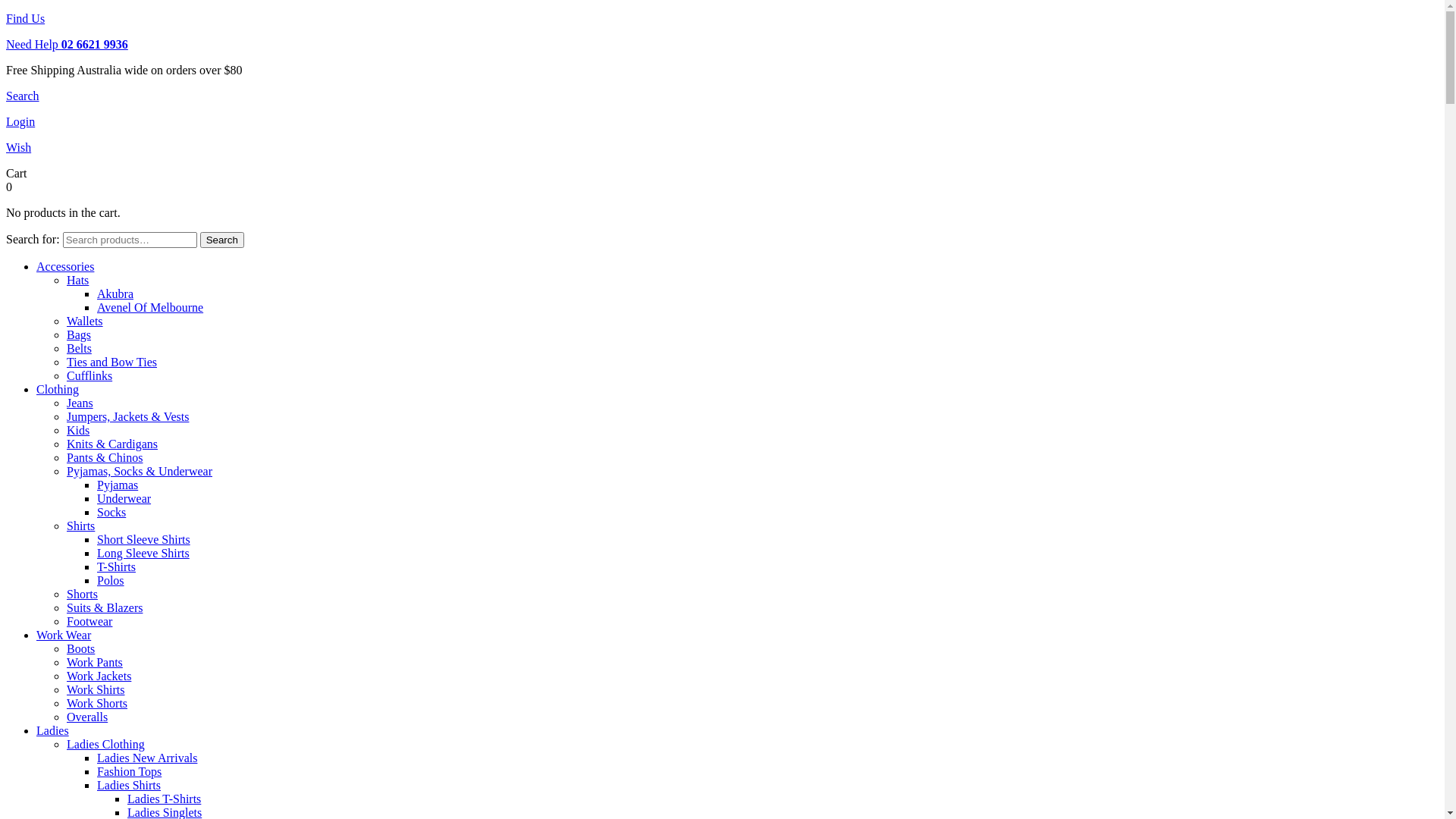 Image resolution: width=1456 pixels, height=819 pixels. I want to click on 'Jumpers, Jackets & Vests', so click(127, 416).